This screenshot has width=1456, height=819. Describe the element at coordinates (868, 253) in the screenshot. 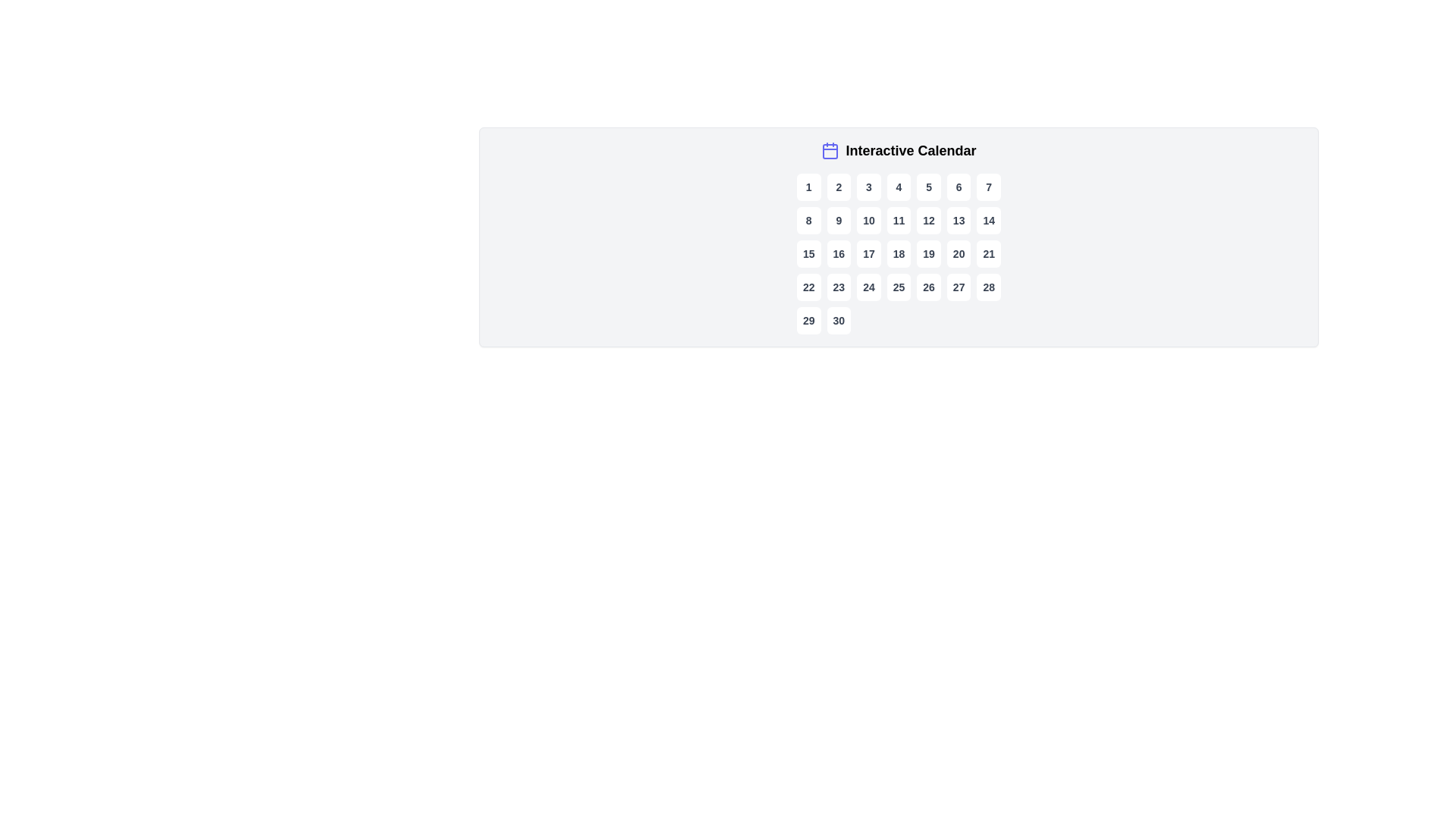

I see `the square button displaying the number '17' in a bold, dark-gray font, which is part of a calendar grid layout` at that location.